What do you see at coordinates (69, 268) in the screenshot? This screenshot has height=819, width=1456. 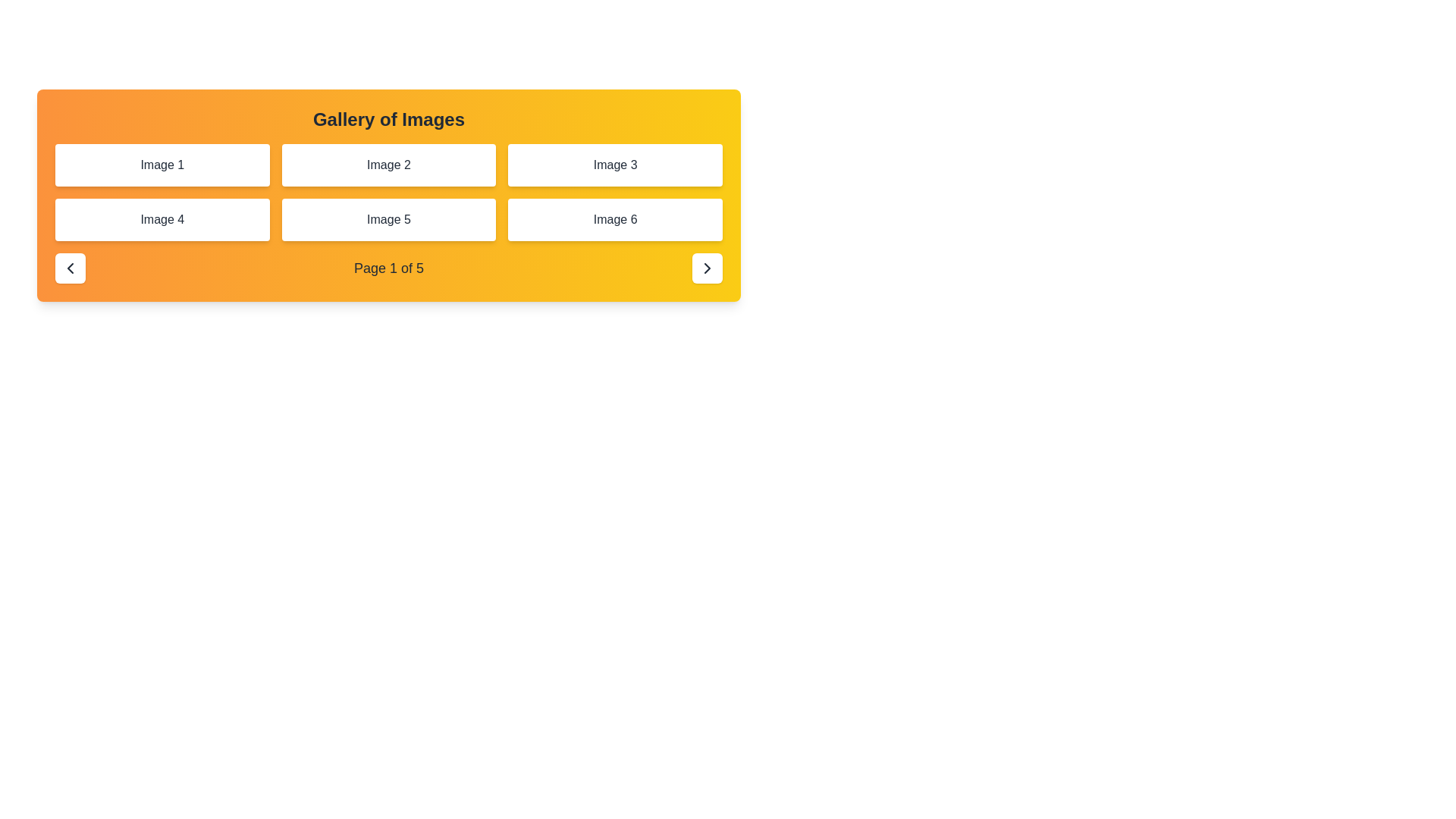 I see `the chevron-shaped arrow icon pointing left, which is located inside the first button of the bottom navigation row in the gallery interface` at bounding box center [69, 268].